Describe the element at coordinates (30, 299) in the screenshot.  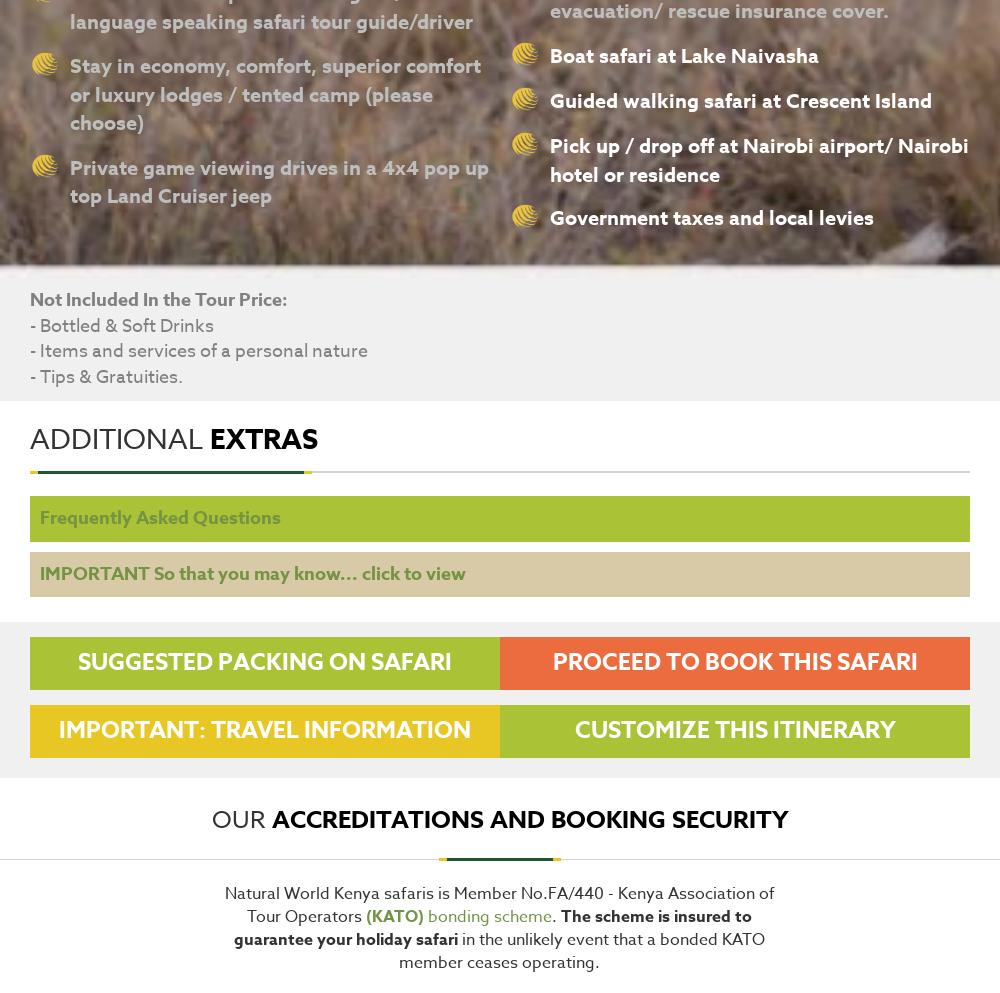
I see `'Not Included In the Tour Price:'` at that location.